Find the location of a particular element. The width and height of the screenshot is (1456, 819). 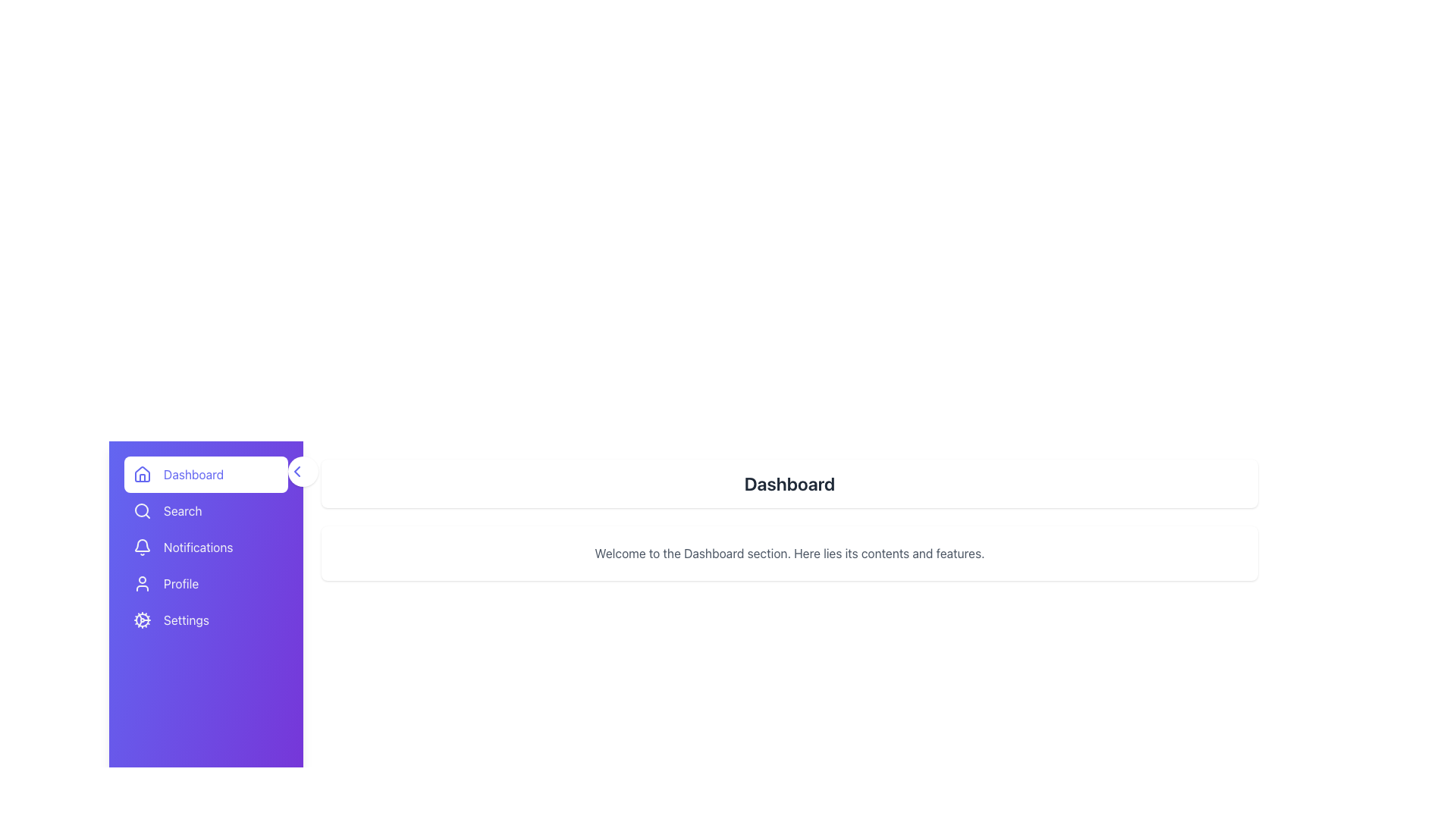

the notification icon located directly to the left of the 'Notifications' label in the navigation menu is located at coordinates (142, 547).